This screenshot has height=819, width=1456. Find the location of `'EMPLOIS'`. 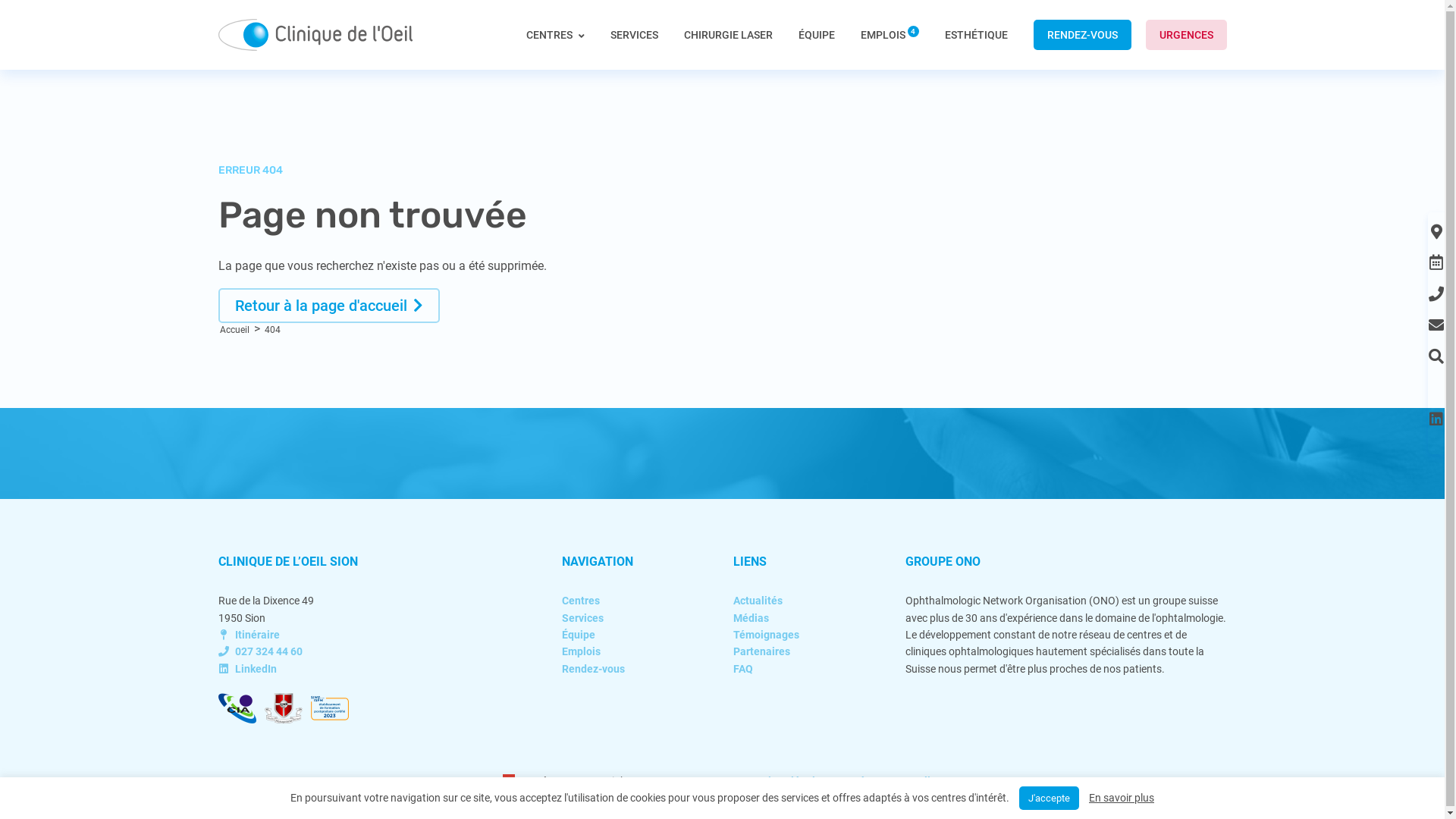

'EMPLOIS' is located at coordinates (889, 34).